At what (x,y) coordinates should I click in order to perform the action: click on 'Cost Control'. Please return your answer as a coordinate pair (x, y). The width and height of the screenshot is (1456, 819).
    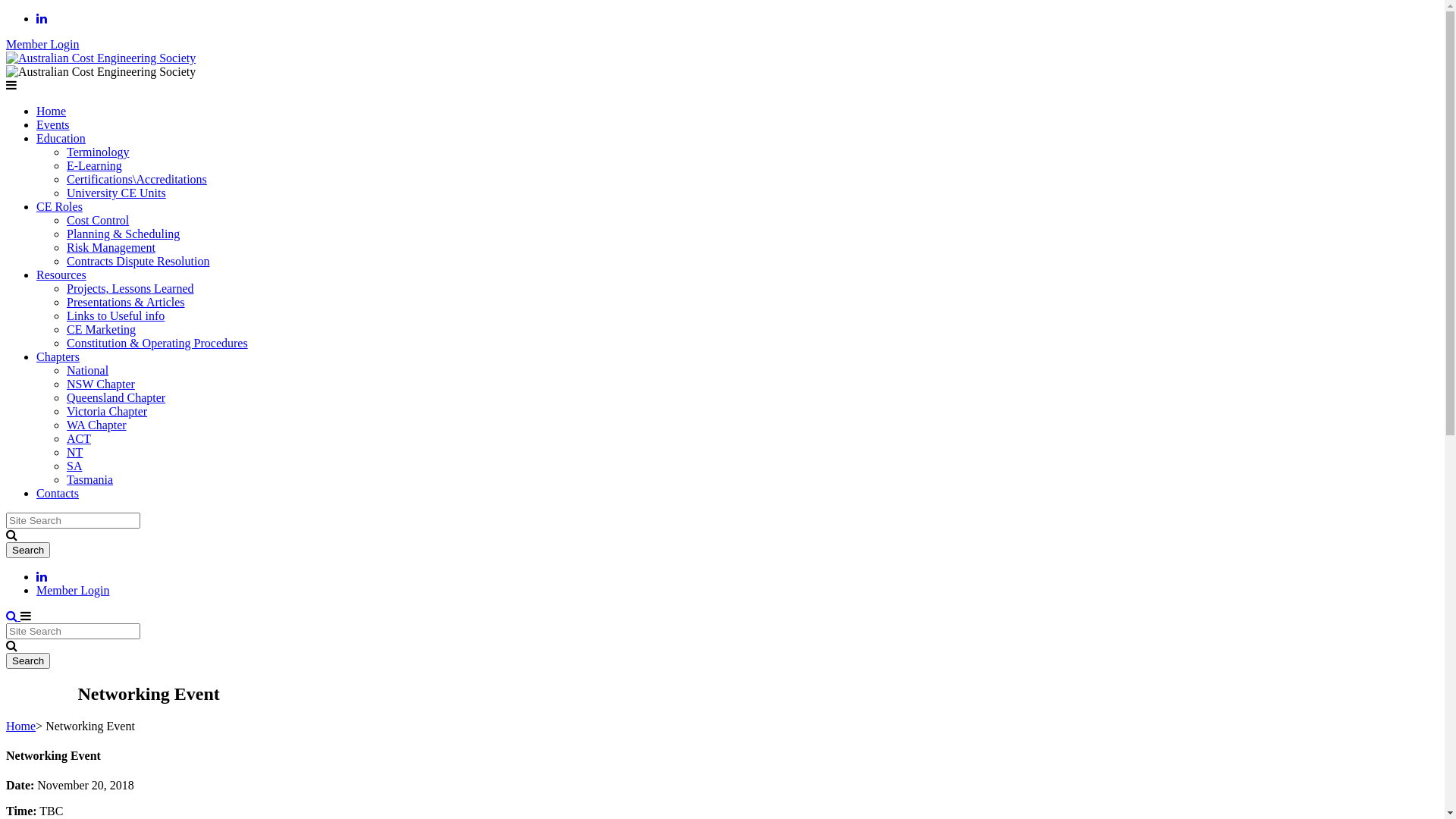
    Looking at the image, I should click on (65, 220).